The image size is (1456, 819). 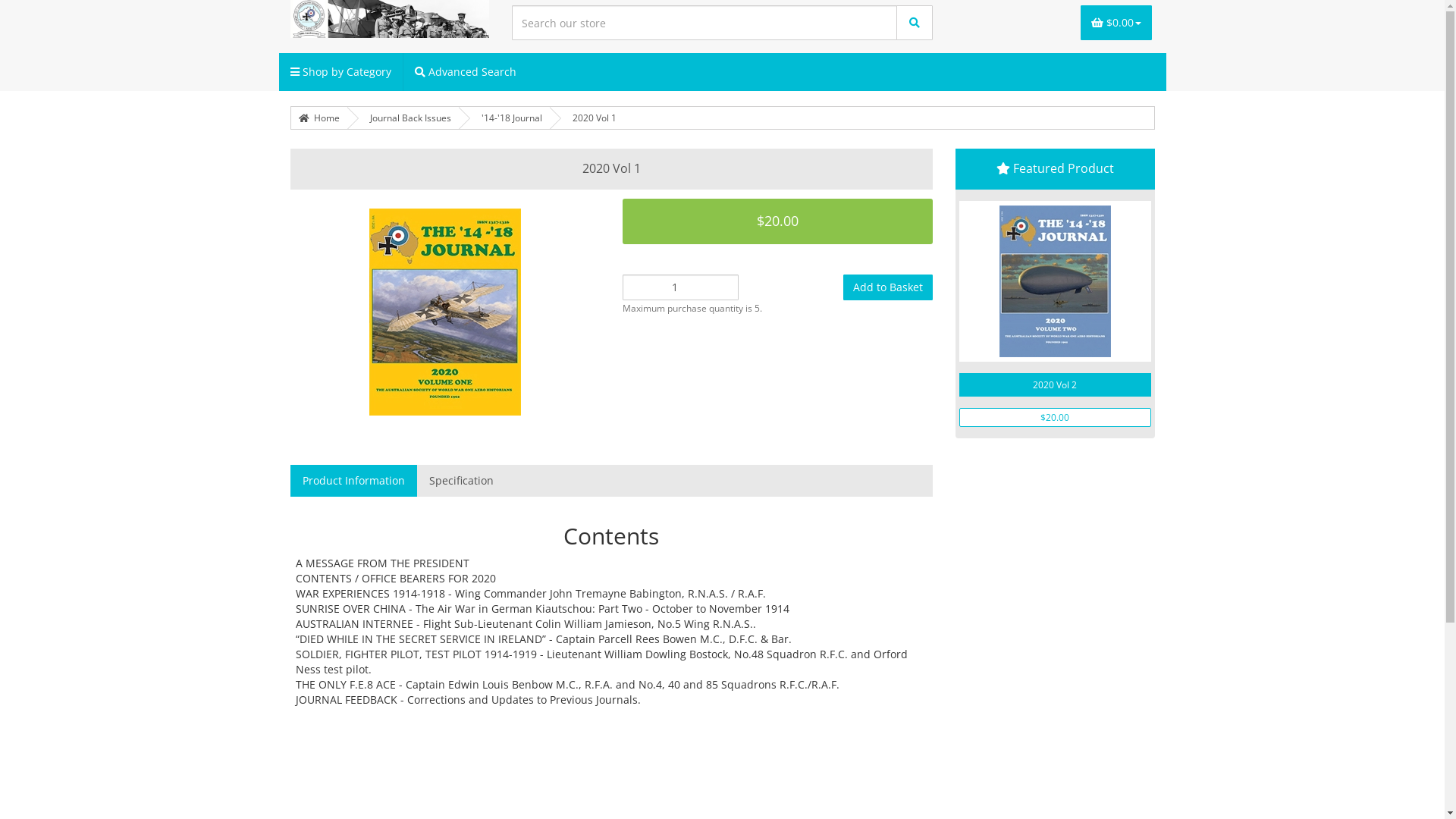 What do you see at coordinates (340, 72) in the screenshot?
I see `'Shop by Category'` at bounding box center [340, 72].